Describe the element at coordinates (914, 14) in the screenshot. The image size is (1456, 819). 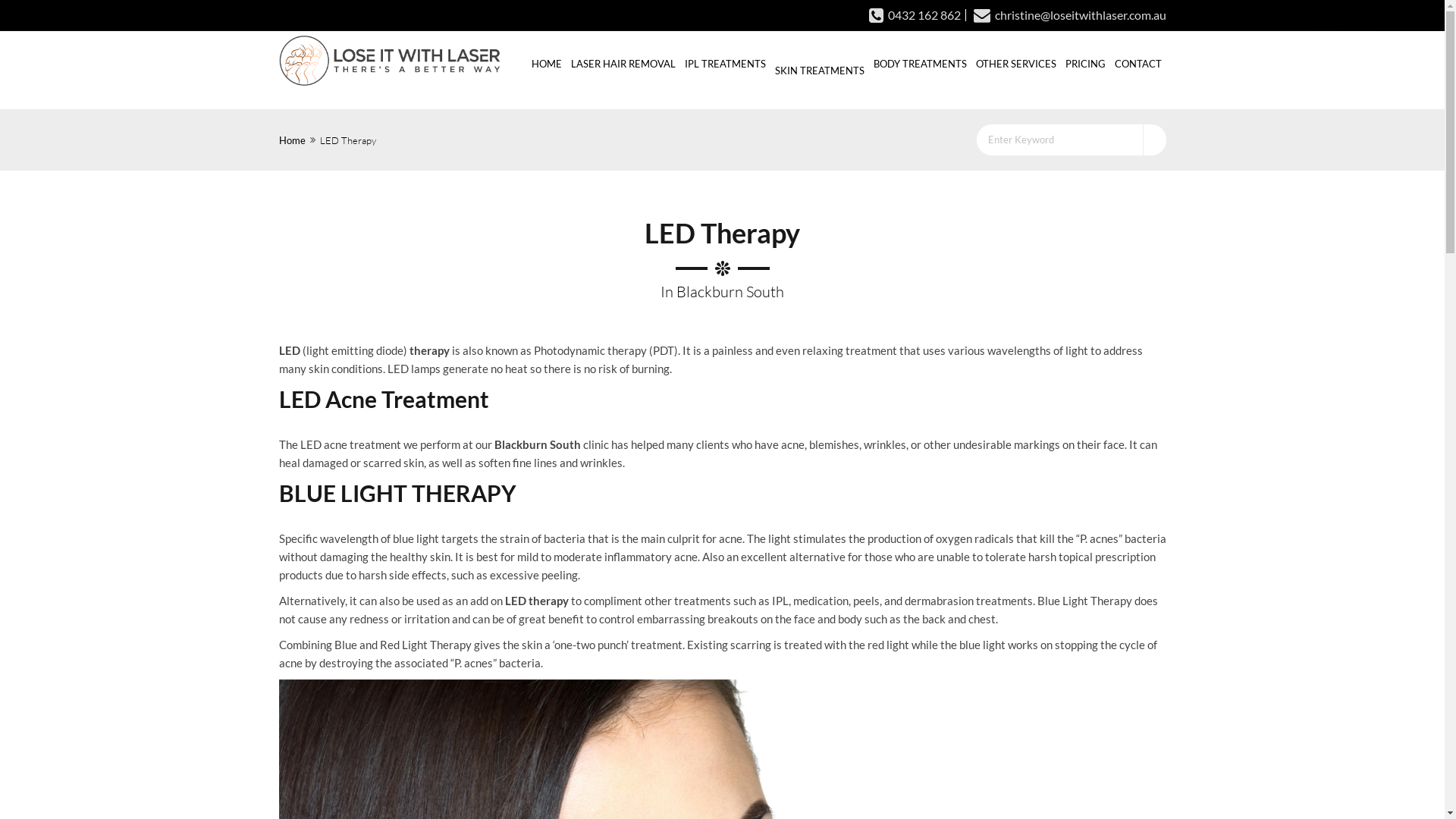
I see `'0432 162 862'` at that location.